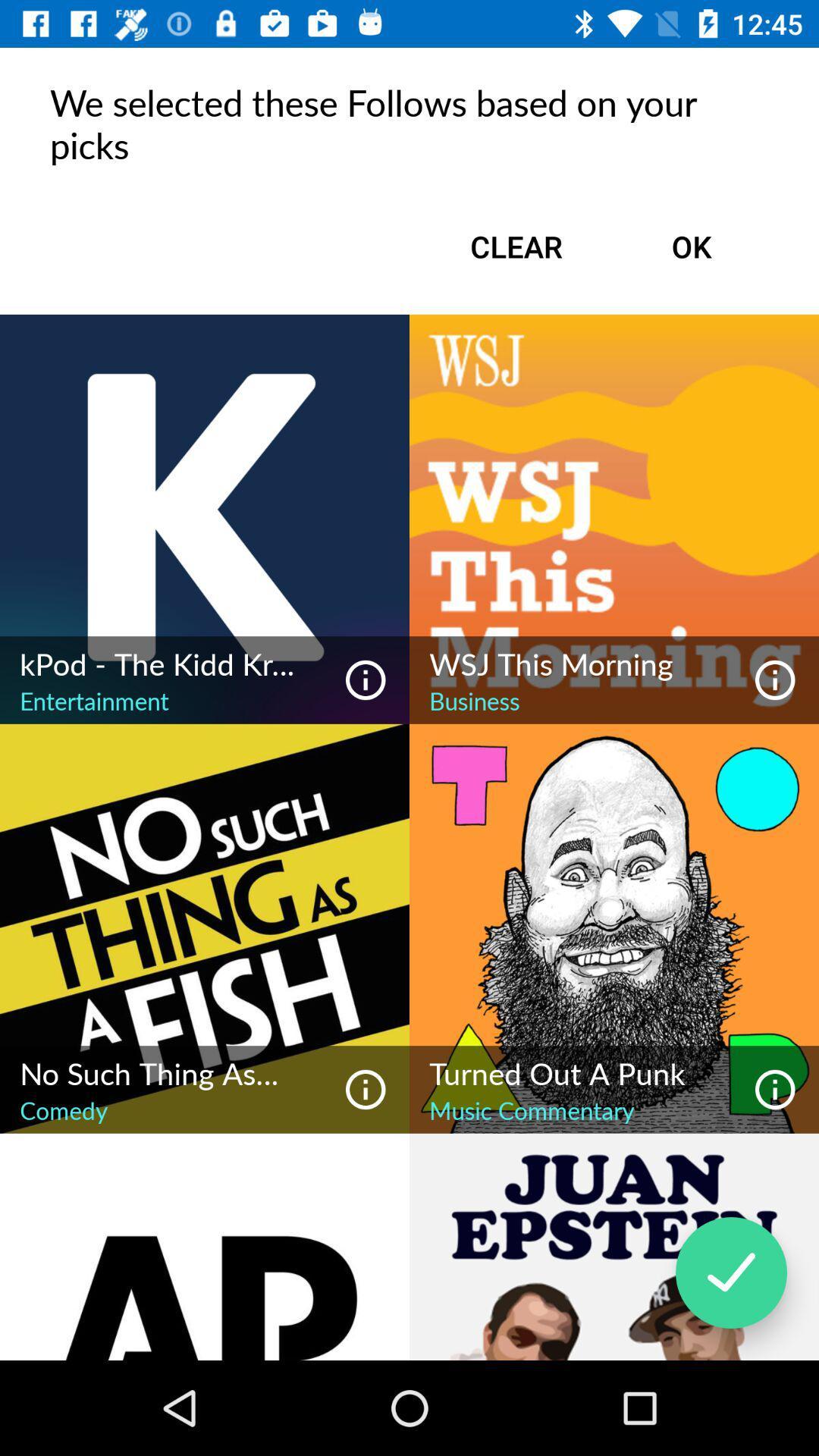  Describe the element at coordinates (516, 246) in the screenshot. I see `item next to the ok` at that location.